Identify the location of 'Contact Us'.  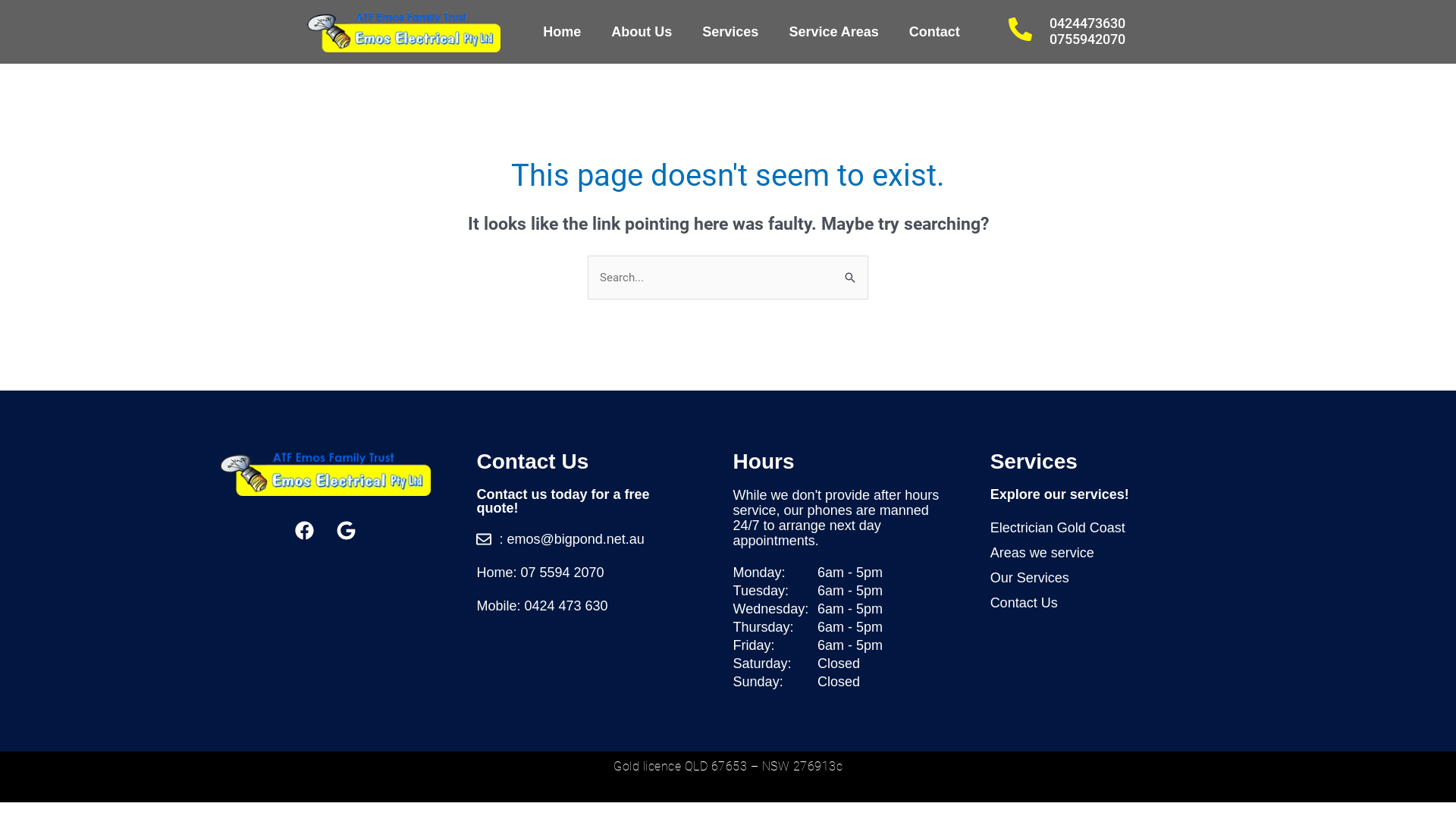
(1113, 601).